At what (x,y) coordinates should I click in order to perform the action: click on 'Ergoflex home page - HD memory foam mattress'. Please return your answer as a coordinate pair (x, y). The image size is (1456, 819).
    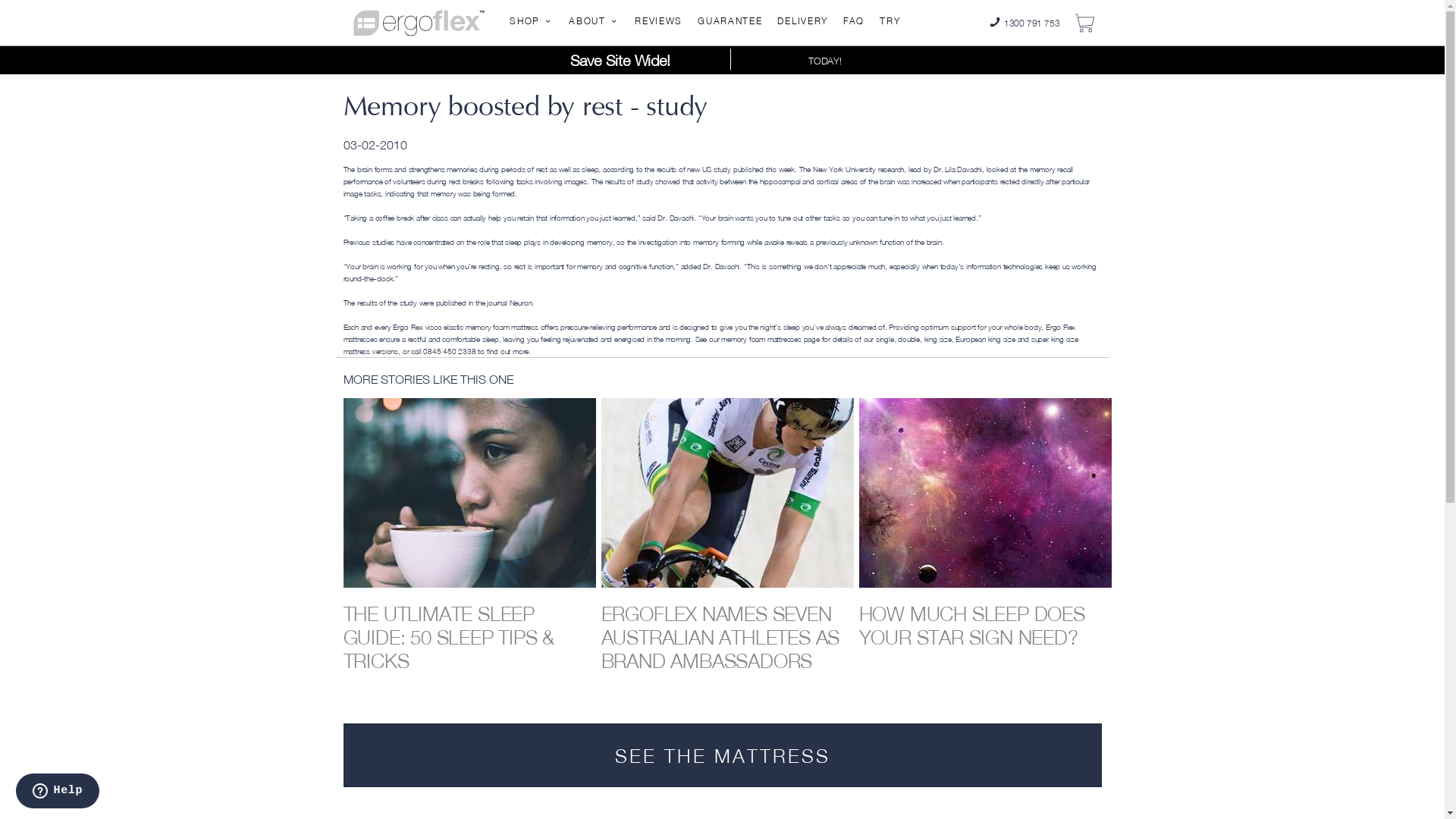
    Looking at the image, I should click on (419, 21).